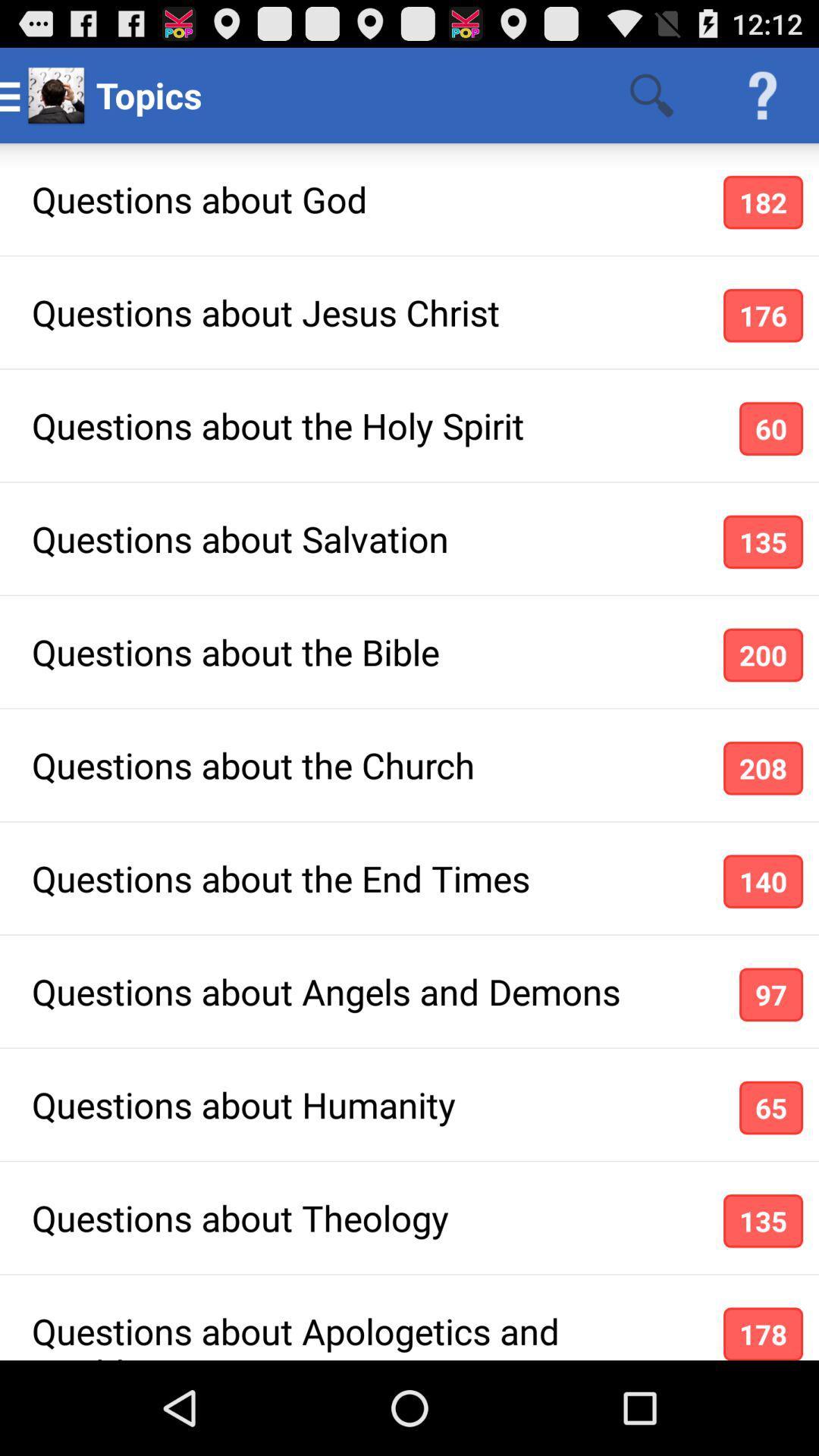 The width and height of the screenshot is (819, 1456). What do you see at coordinates (763, 768) in the screenshot?
I see `the 208 app` at bounding box center [763, 768].